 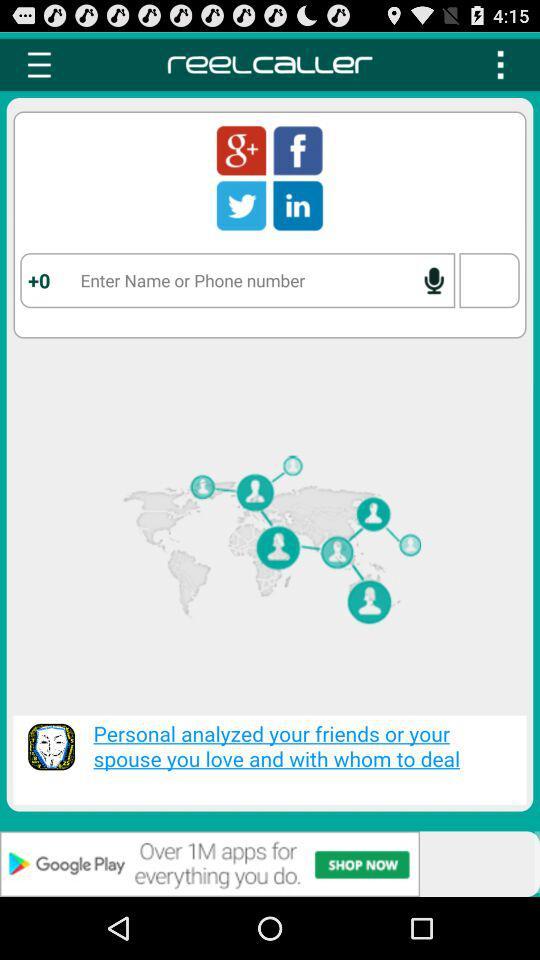 I want to click on the mike option, so click(x=432, y=279).